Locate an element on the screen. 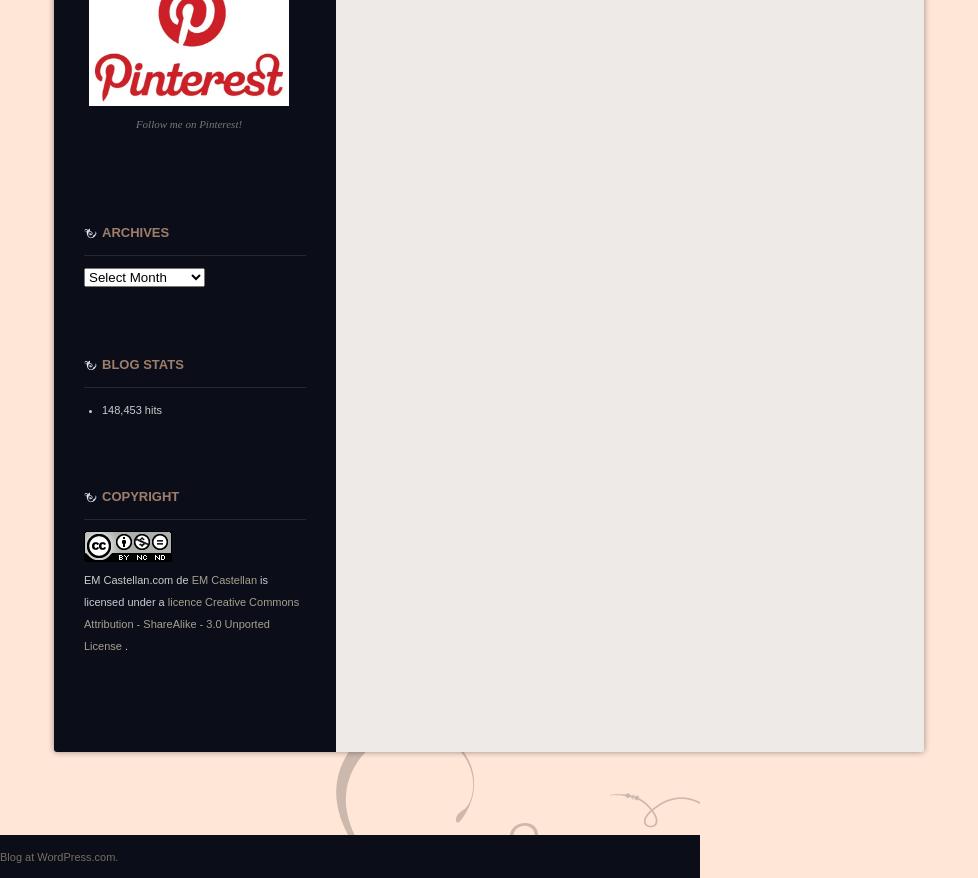  '.' is located at coordinates (125, 645).